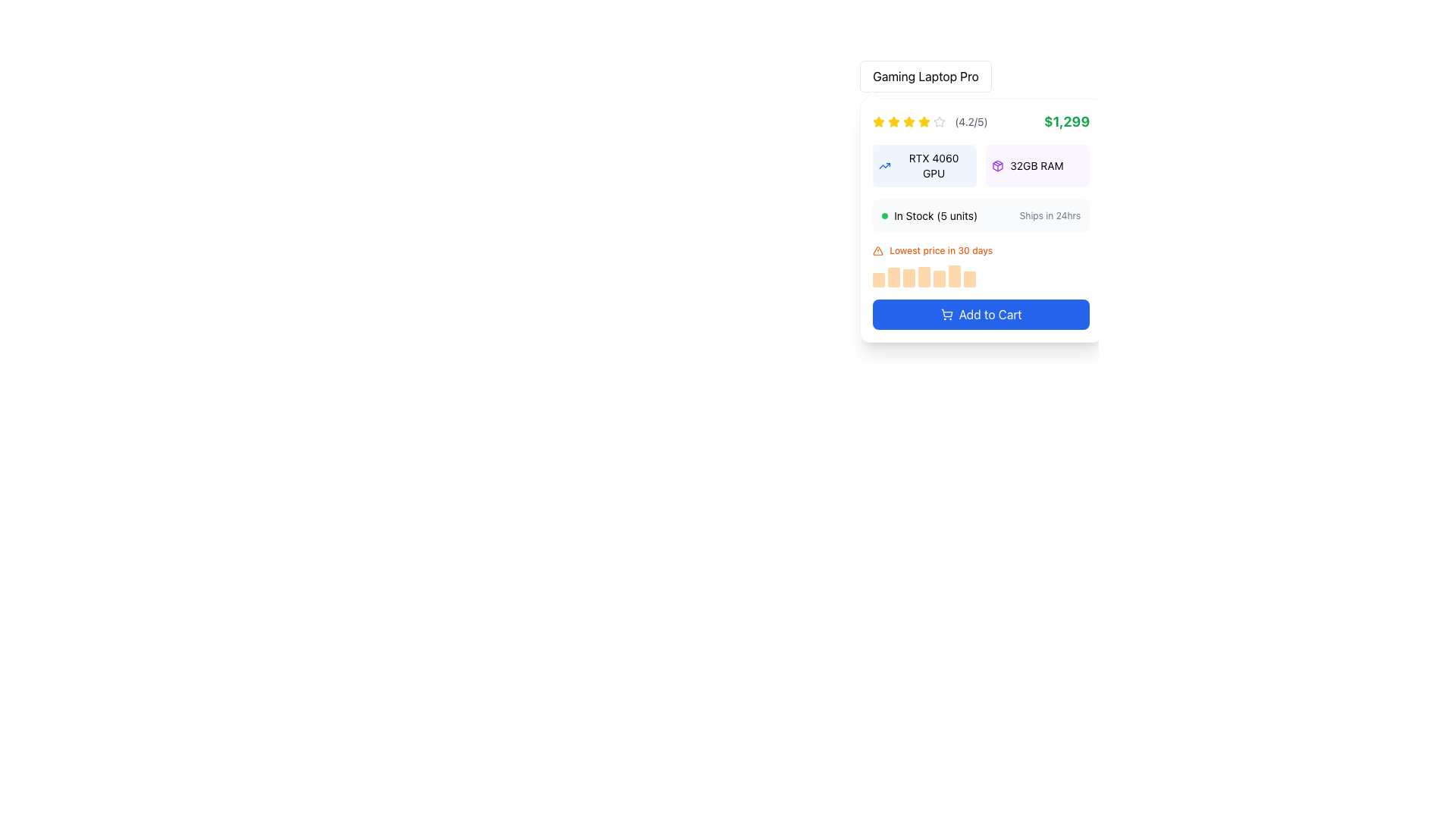  I want to click on the fourth vertical visual data bar located below the 'Lowest price in 30 days' text, so click(924, 277).